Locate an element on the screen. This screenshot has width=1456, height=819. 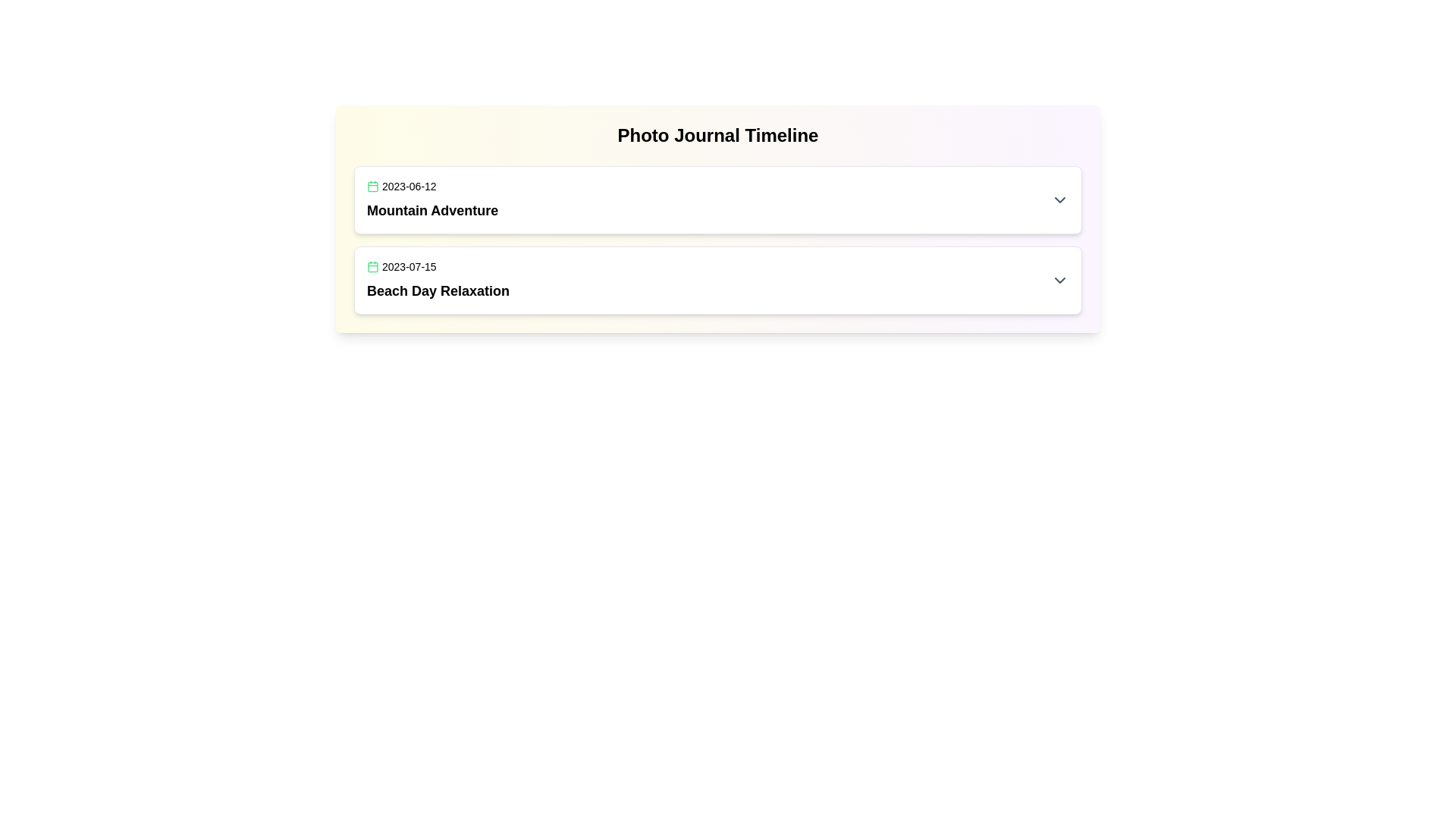
the Dropdown indicator (chevron icon) is located at coordinates (1059, 281).